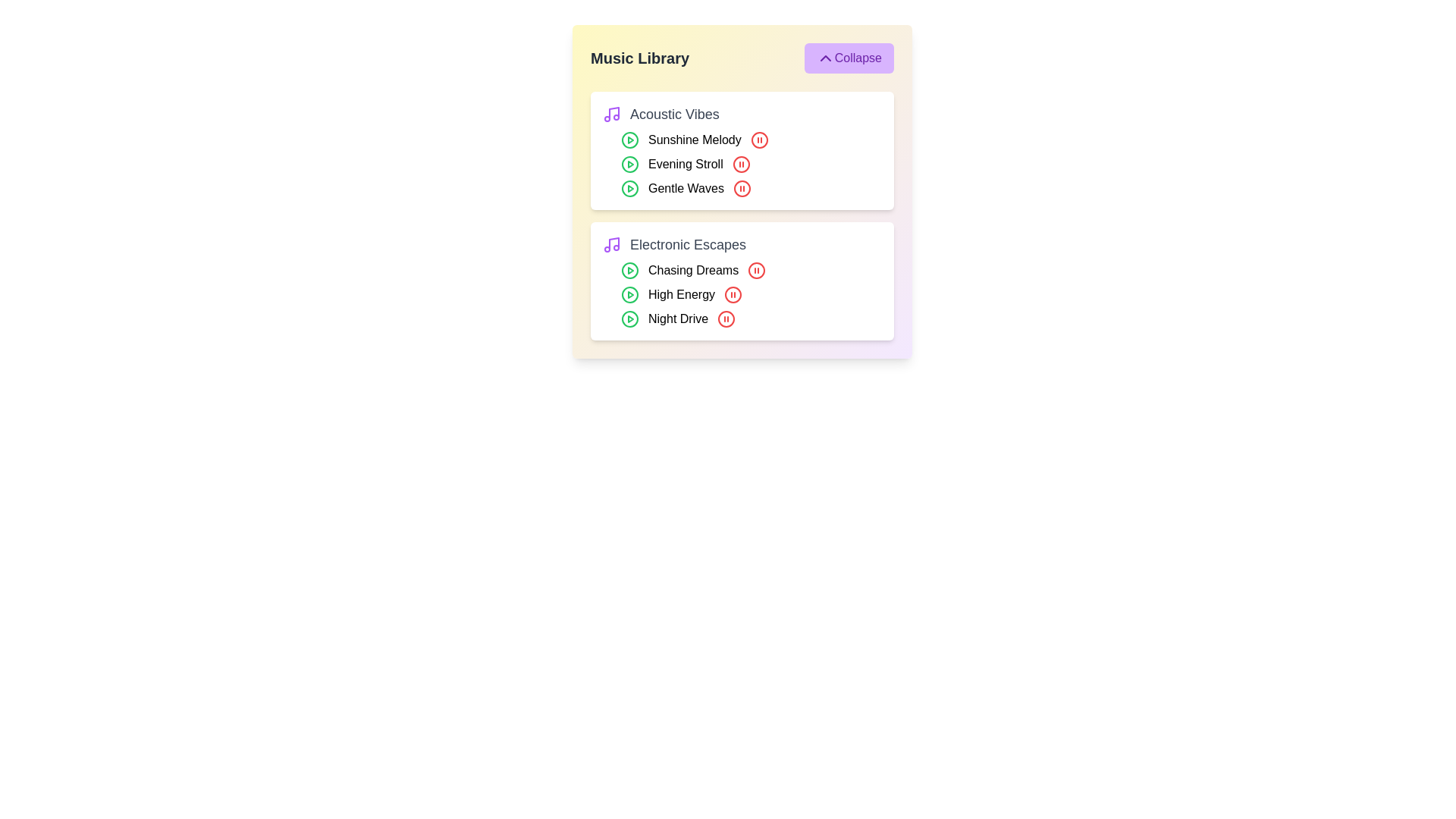 This screenshot has width=1456, height=819. I want to click on the 'Collapse' button to toggle the library's expanded state, so click(848, 58).